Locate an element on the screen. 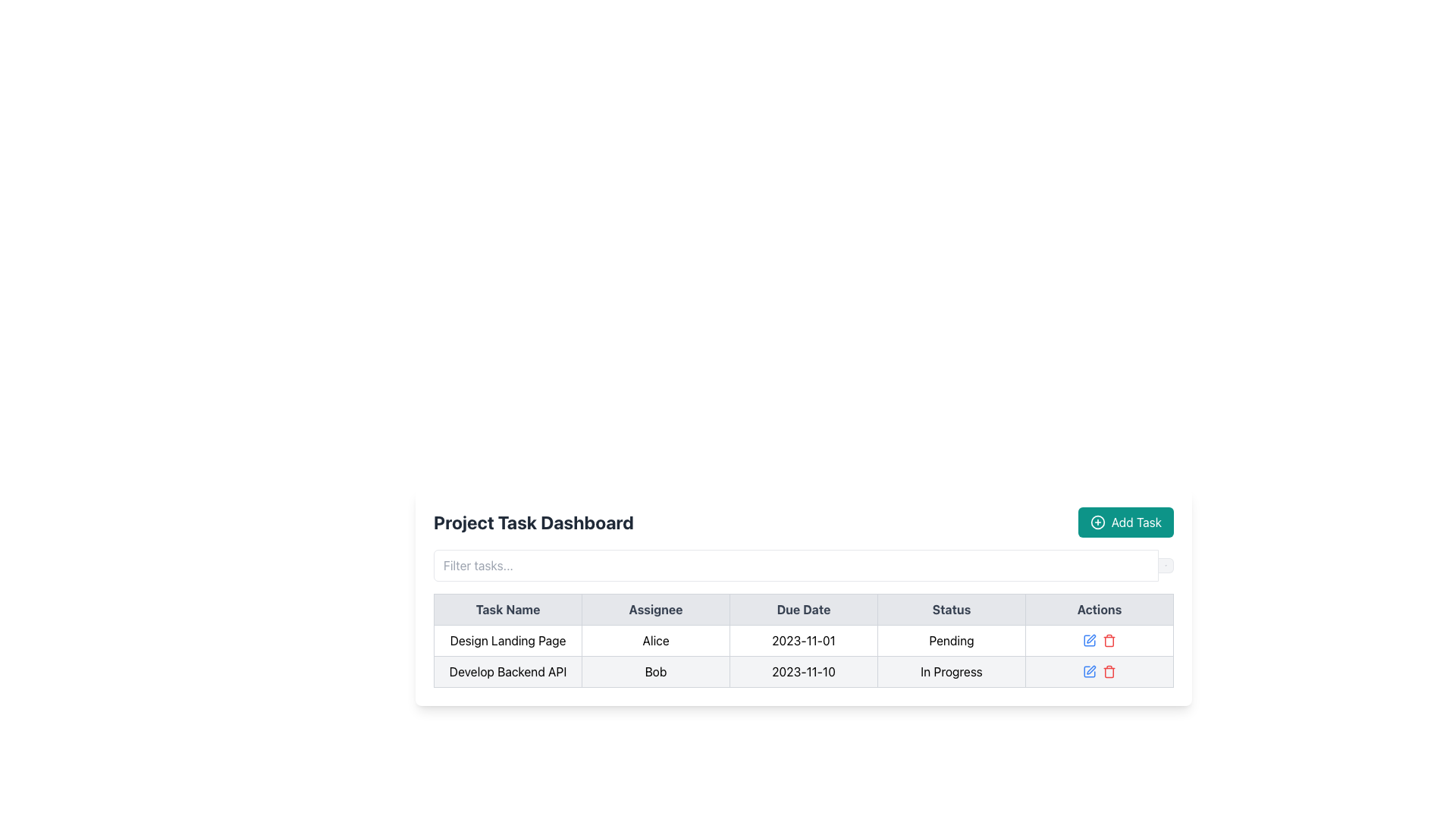 The image size is (1456, 819). text '2023-11-10' displayed in the centered position within the rectangular cell of the 'Due Date' column in the second row of the table, which aligns with the 'Develop Backend API' task is located at coordinates (803, 671).